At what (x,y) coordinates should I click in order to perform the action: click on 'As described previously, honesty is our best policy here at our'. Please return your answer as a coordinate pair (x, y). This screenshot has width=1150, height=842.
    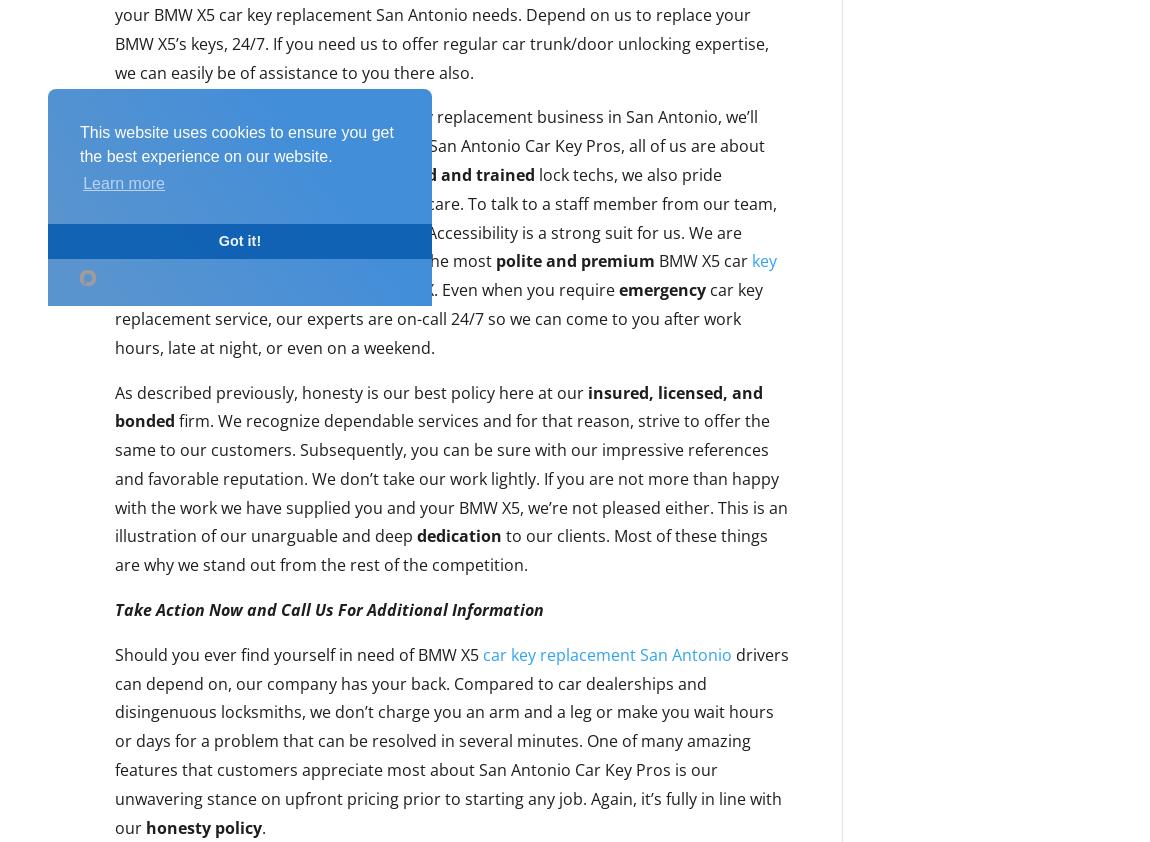
    Looking at the image, I should click on (351, 392).